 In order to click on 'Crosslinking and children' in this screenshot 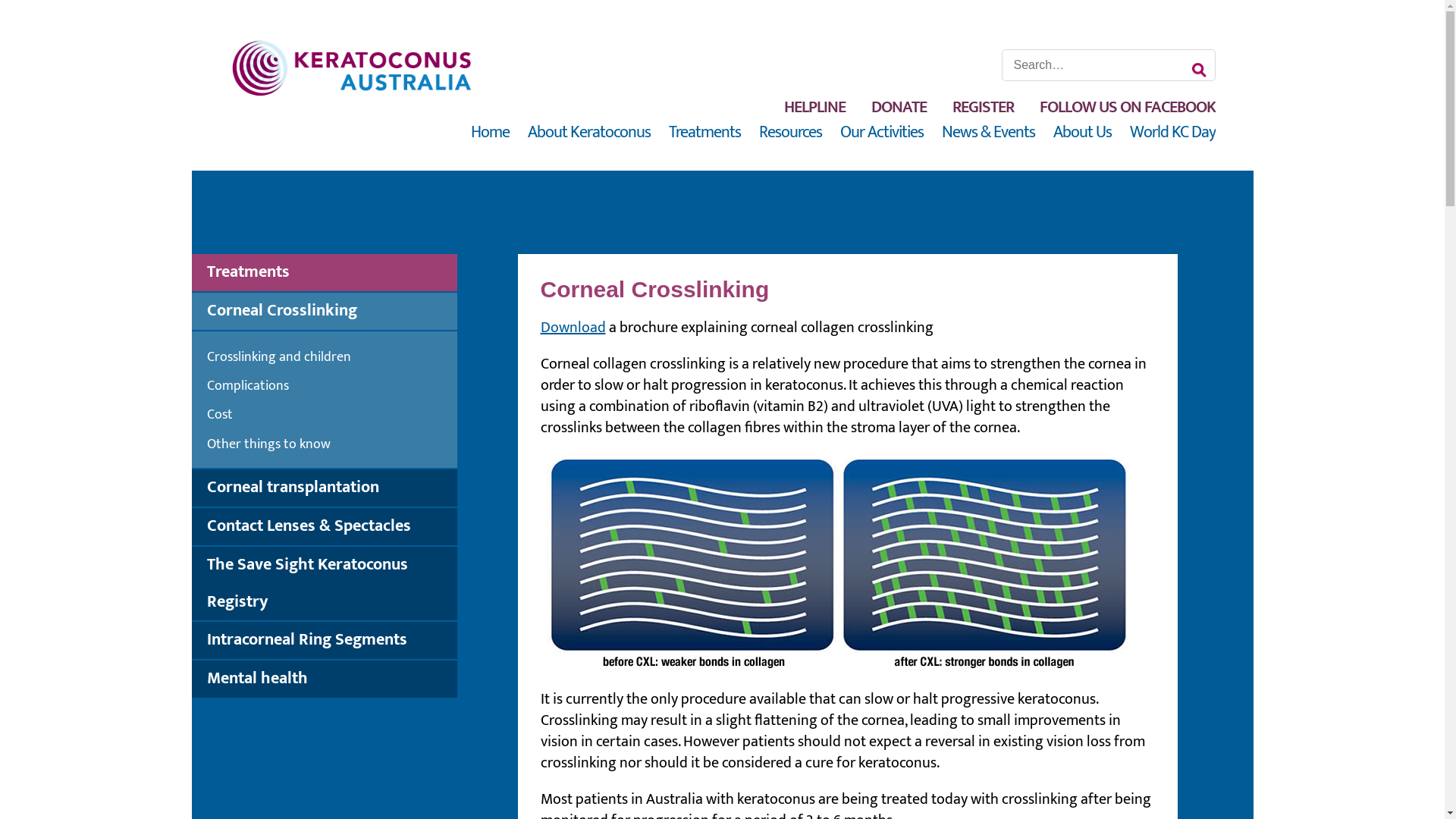, I will do `click(330, 357)`.